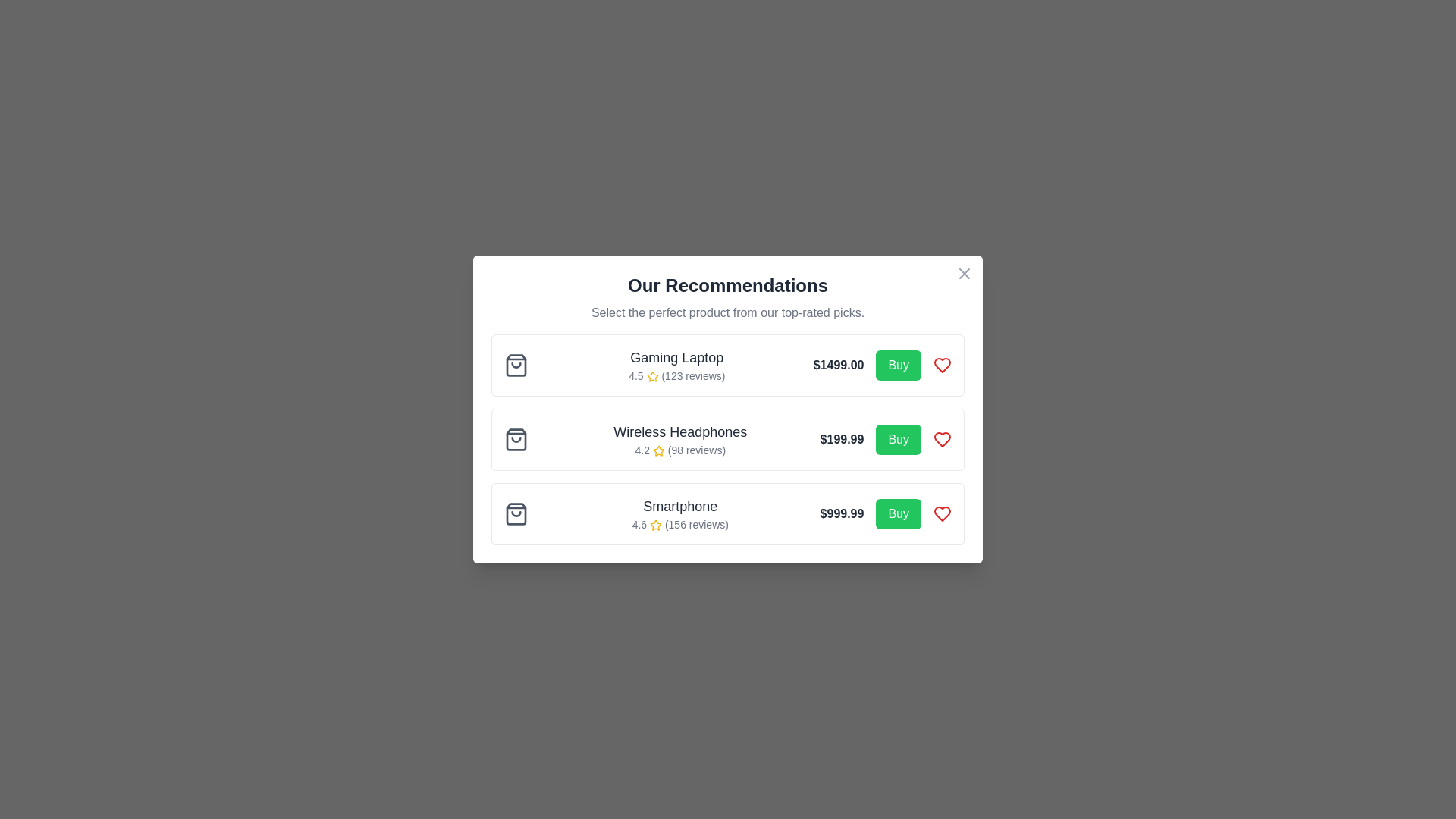 The width and height of the screenshot is (1456, 819). Describe the element at coordinates (679, 432) in the screenshot. I see `the product title label in the recommendation list, positioned at the center among three items` at that location.